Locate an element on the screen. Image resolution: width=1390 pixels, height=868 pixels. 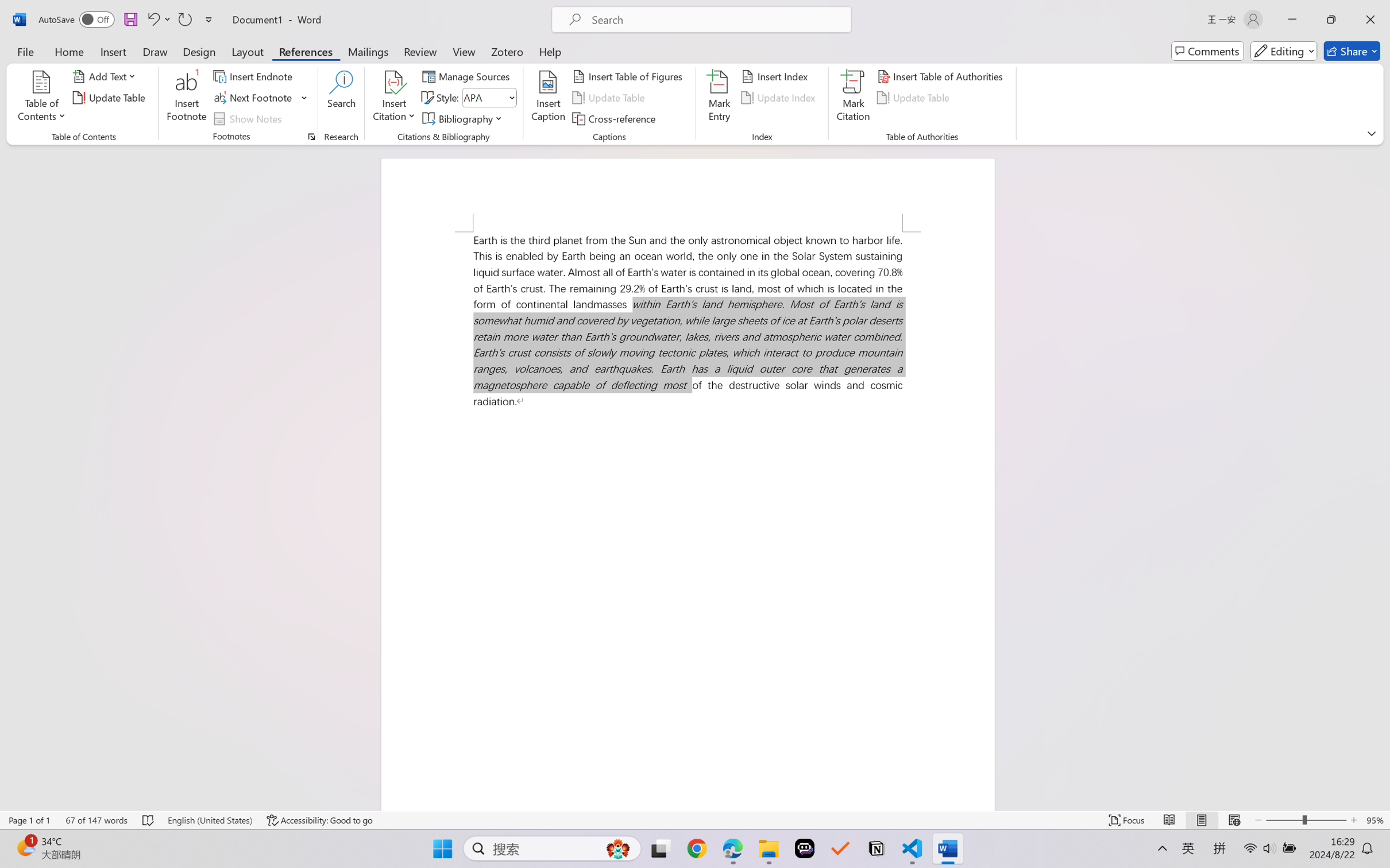
'Undo Italic' is located at coordinates (157, 19).